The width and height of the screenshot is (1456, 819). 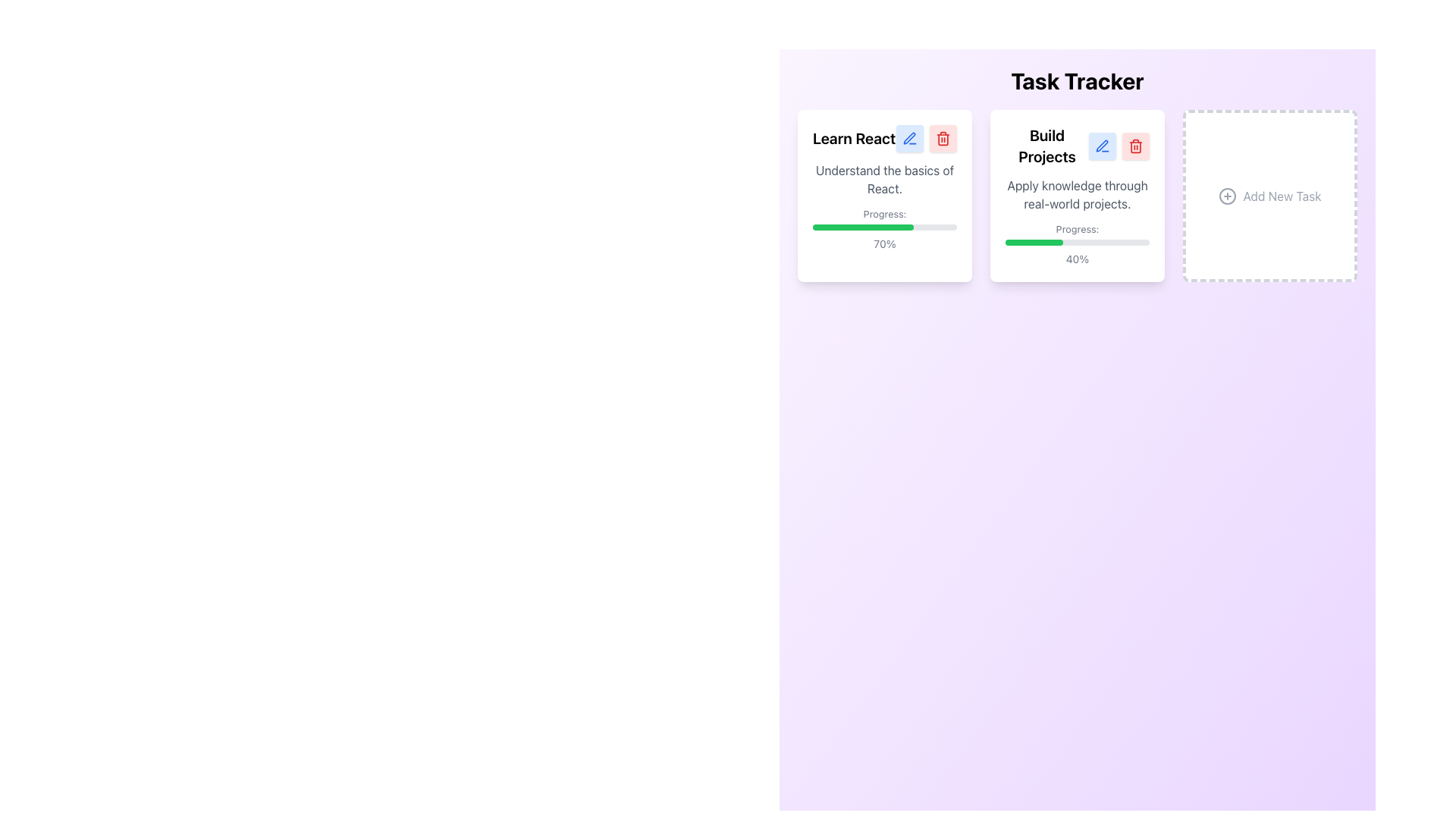 I want to click on around the progress bar indicating '40%' under the 'Build Projects' heading, so click(x=1076, y=243).